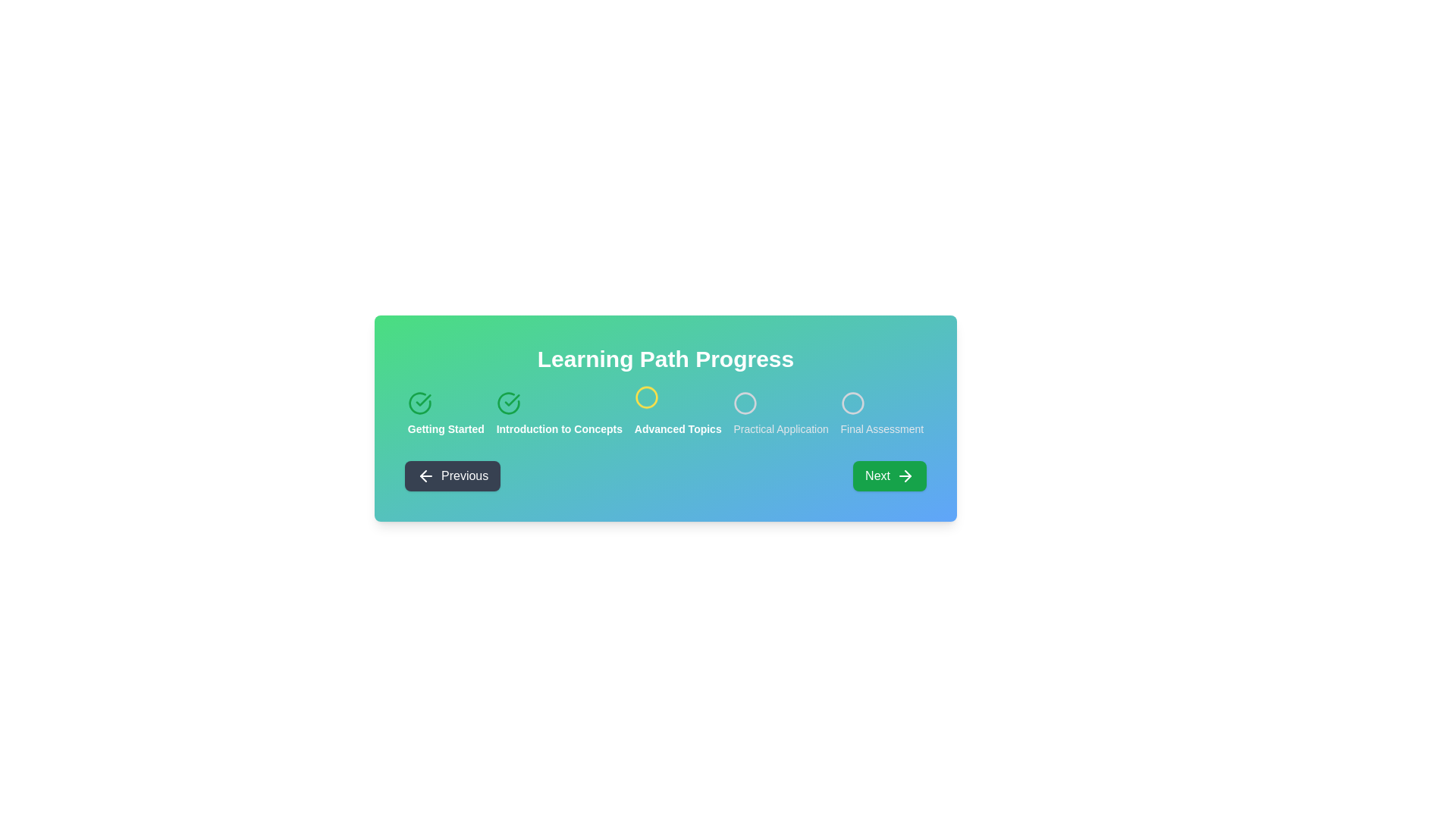  I want to click on the green 'Next' button containing the right-arrow icon to proceed to the next step, so click(905, 475).